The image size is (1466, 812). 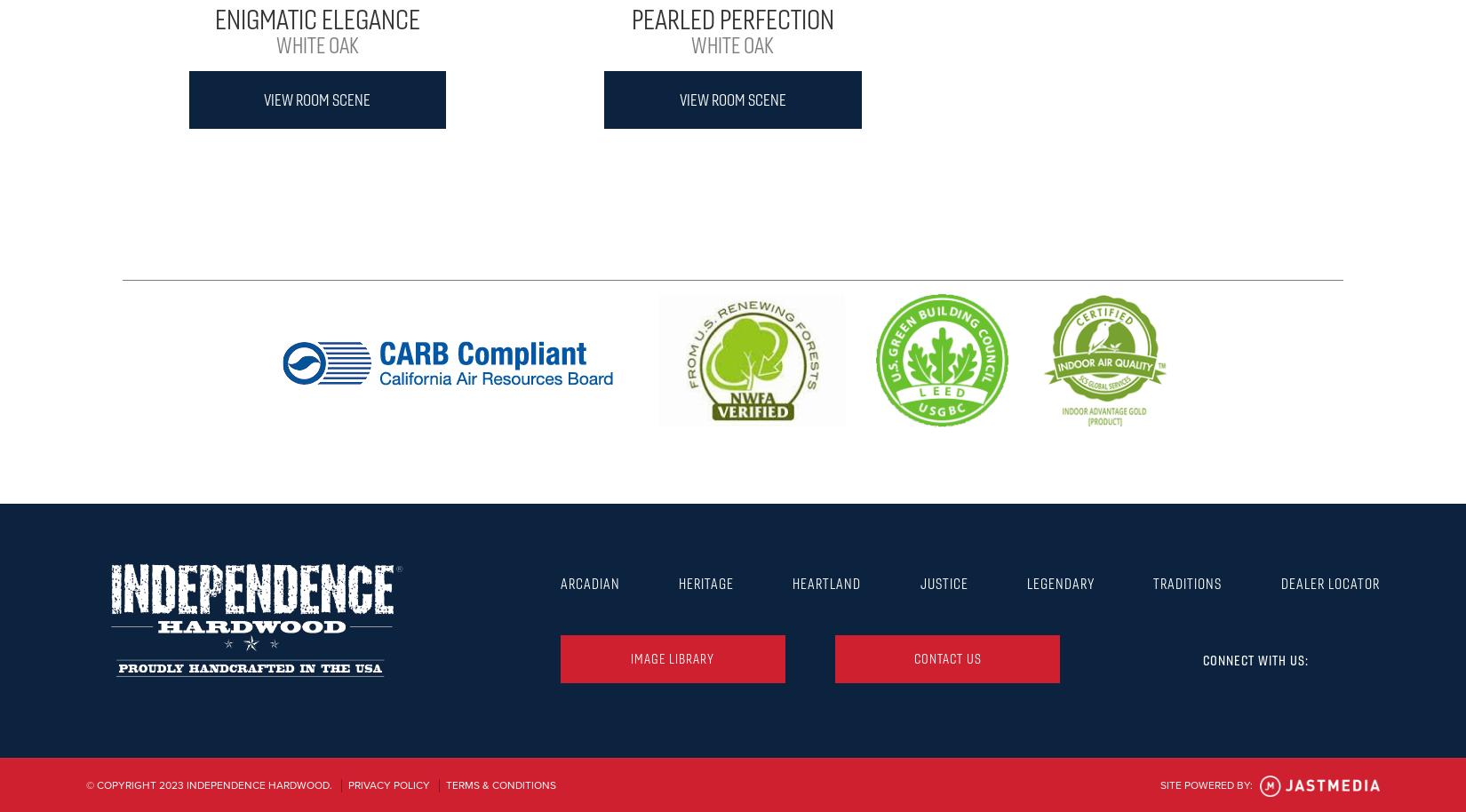 I want to click on 'Site Powered by:', so click(x=1206, y=784).